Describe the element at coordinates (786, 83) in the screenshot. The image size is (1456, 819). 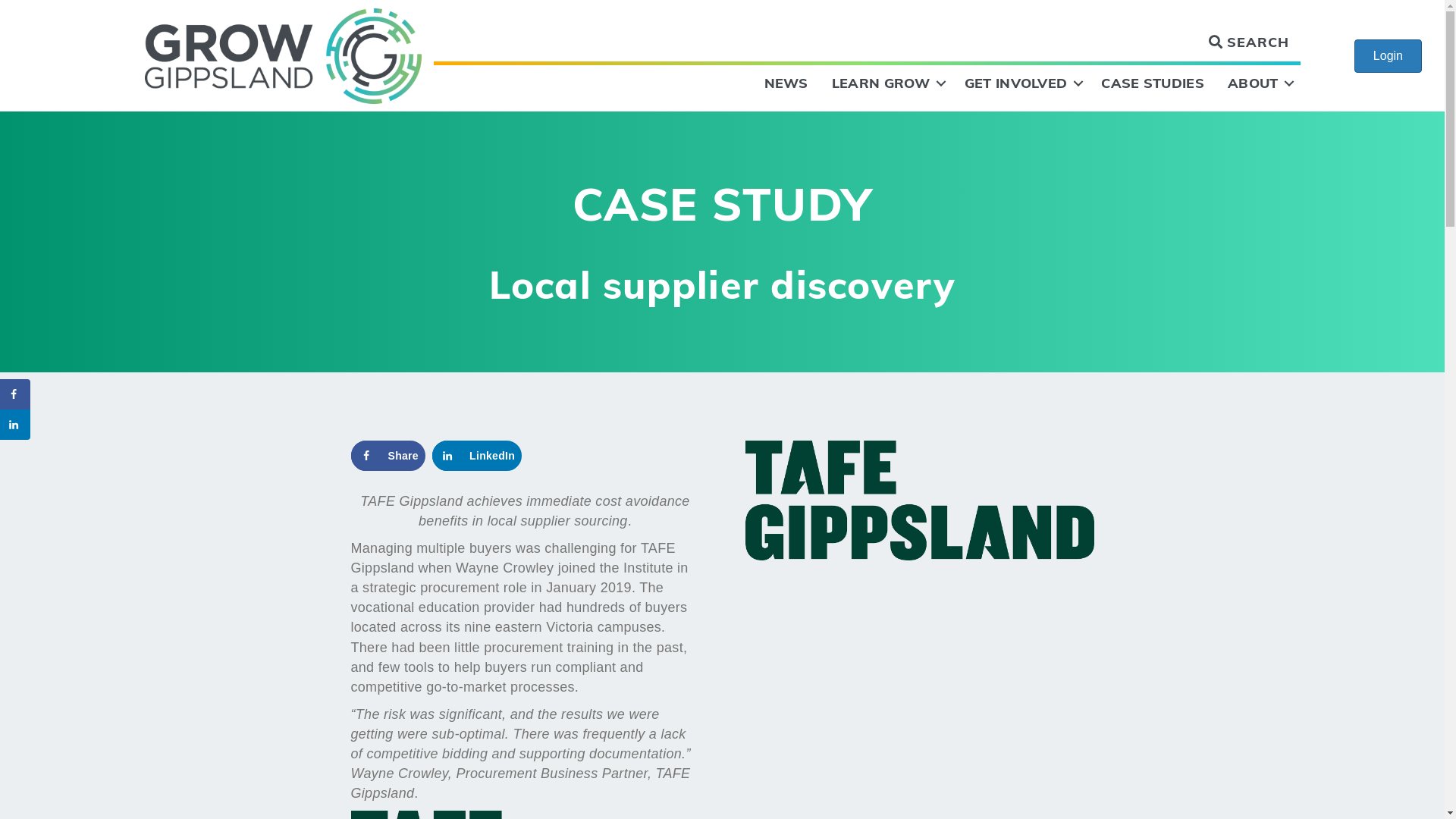
I see `'NEWS'` at that location.